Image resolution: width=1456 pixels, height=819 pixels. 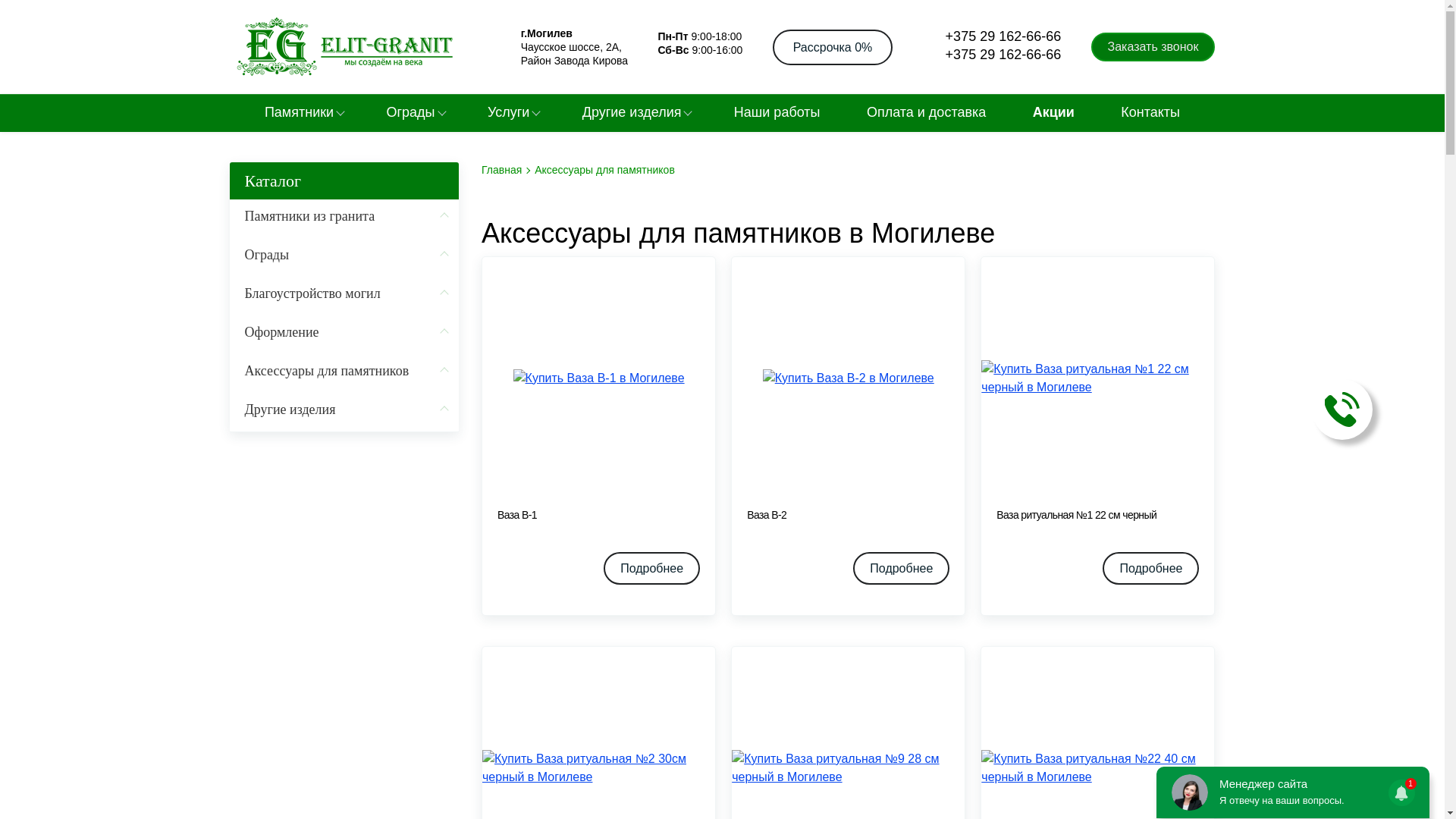 What do you see at coordinates (992, 36) in the screenshot?
I see `'+375 29 162-66-66'` at bounding box center [992, 36].